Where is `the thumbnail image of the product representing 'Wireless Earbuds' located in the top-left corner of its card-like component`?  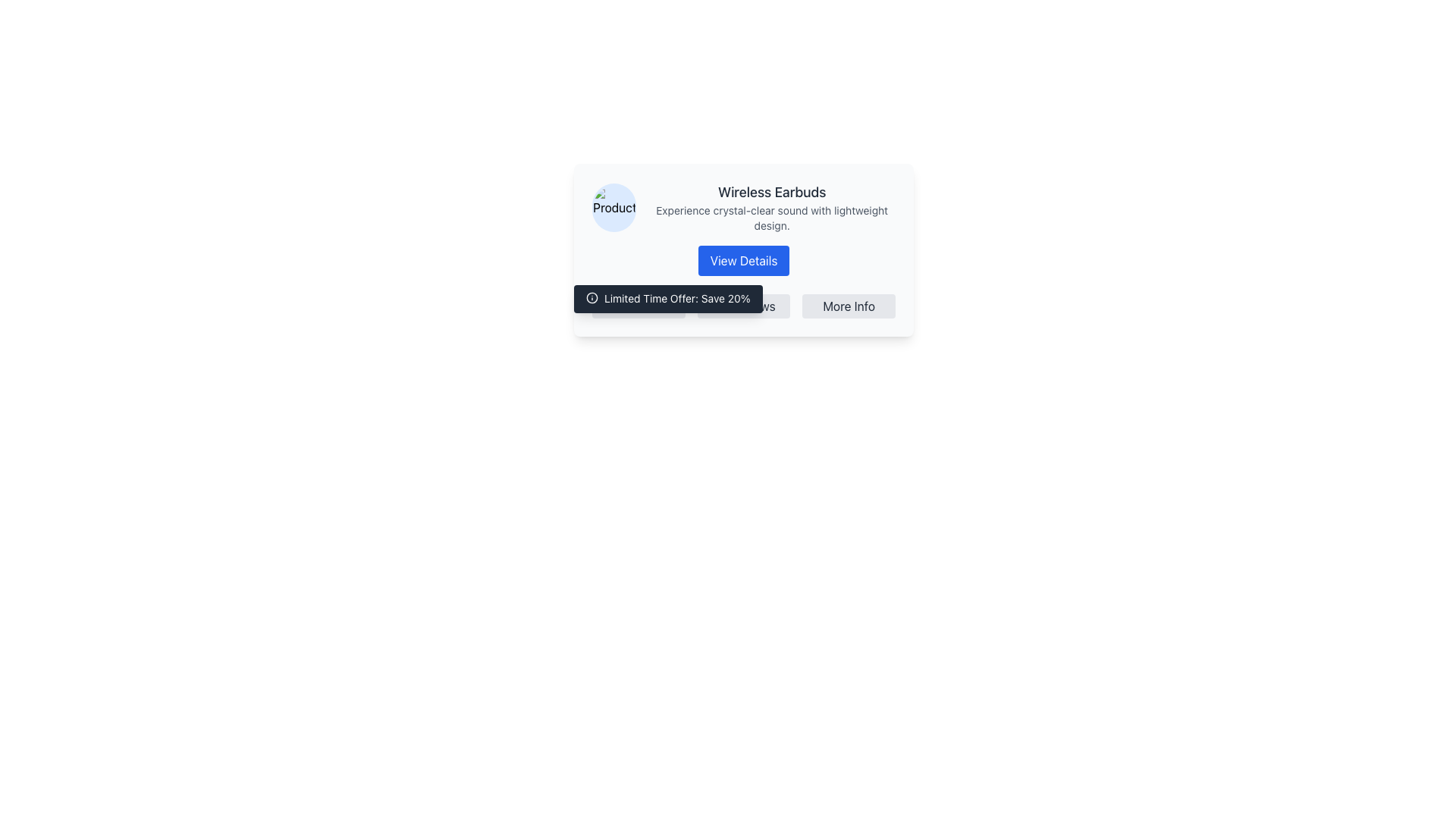 the thumbnail image of the product representing 'Wireless Earbuds' located in the top-left corner of its card-like component is located at coordinates (614, 207).